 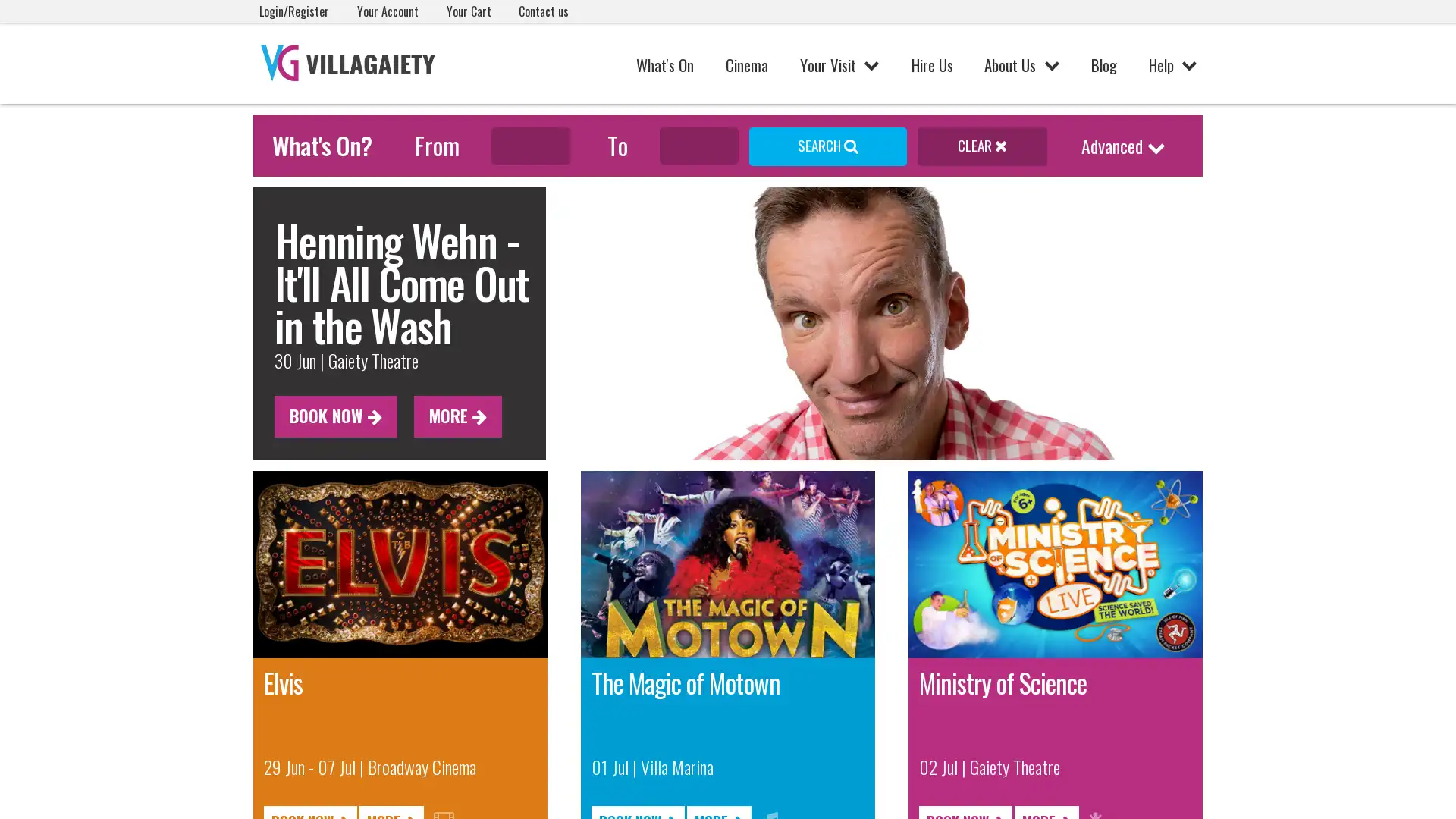 I want to click on SEARCH, so click(x=827, y=146).